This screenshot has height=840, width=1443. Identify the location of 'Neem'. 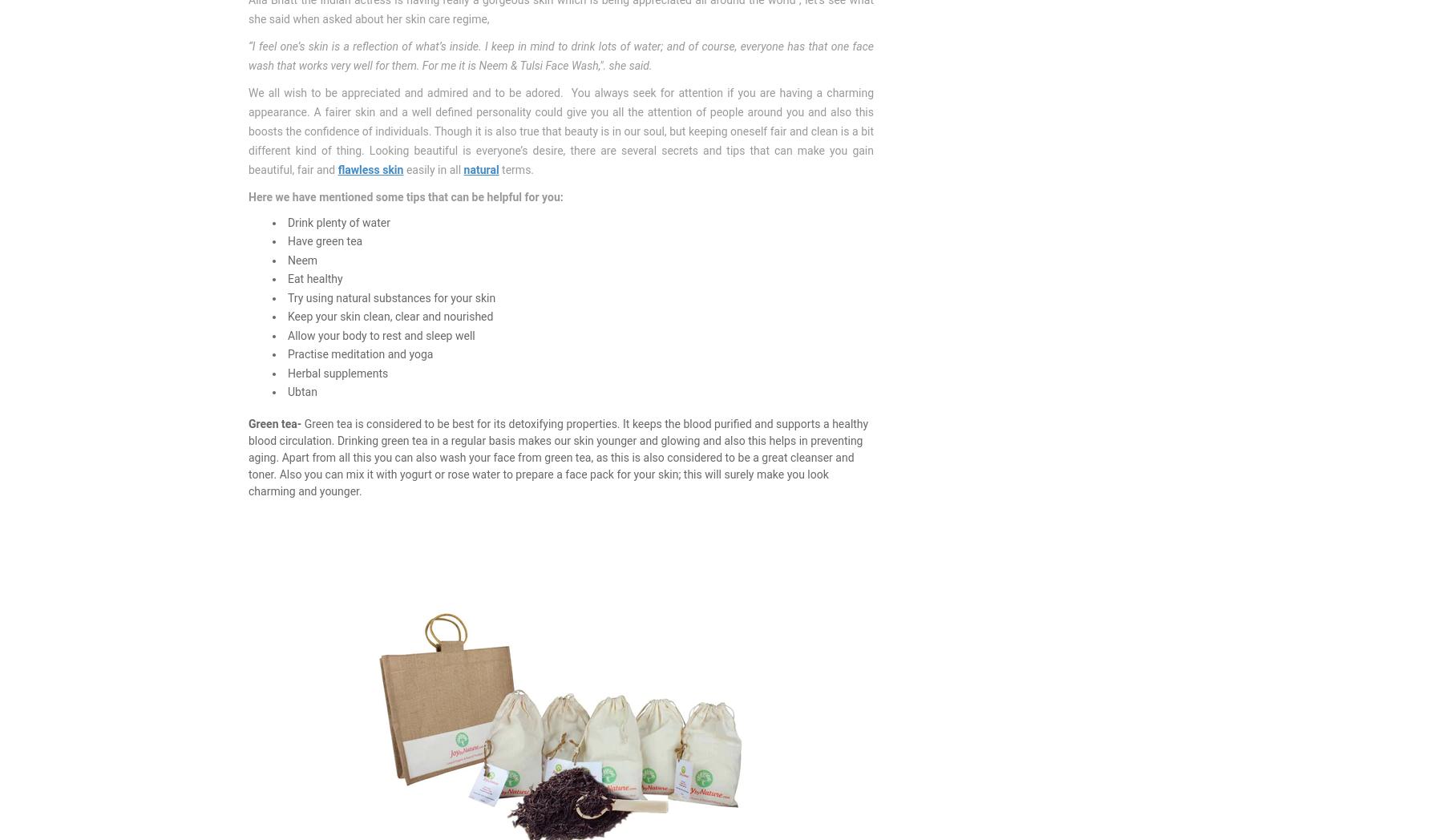
(302, 260).